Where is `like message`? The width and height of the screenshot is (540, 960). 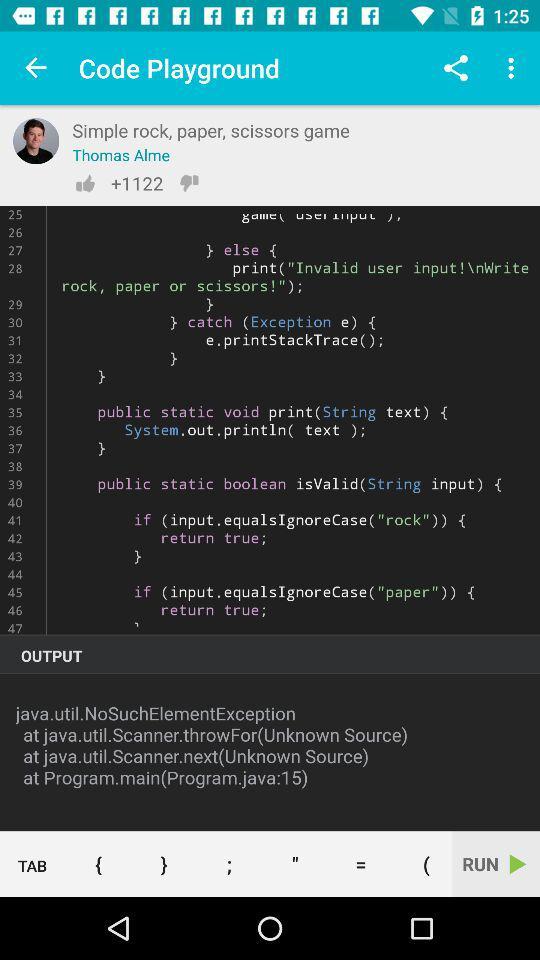
like message is located at coordinates (84, 183).